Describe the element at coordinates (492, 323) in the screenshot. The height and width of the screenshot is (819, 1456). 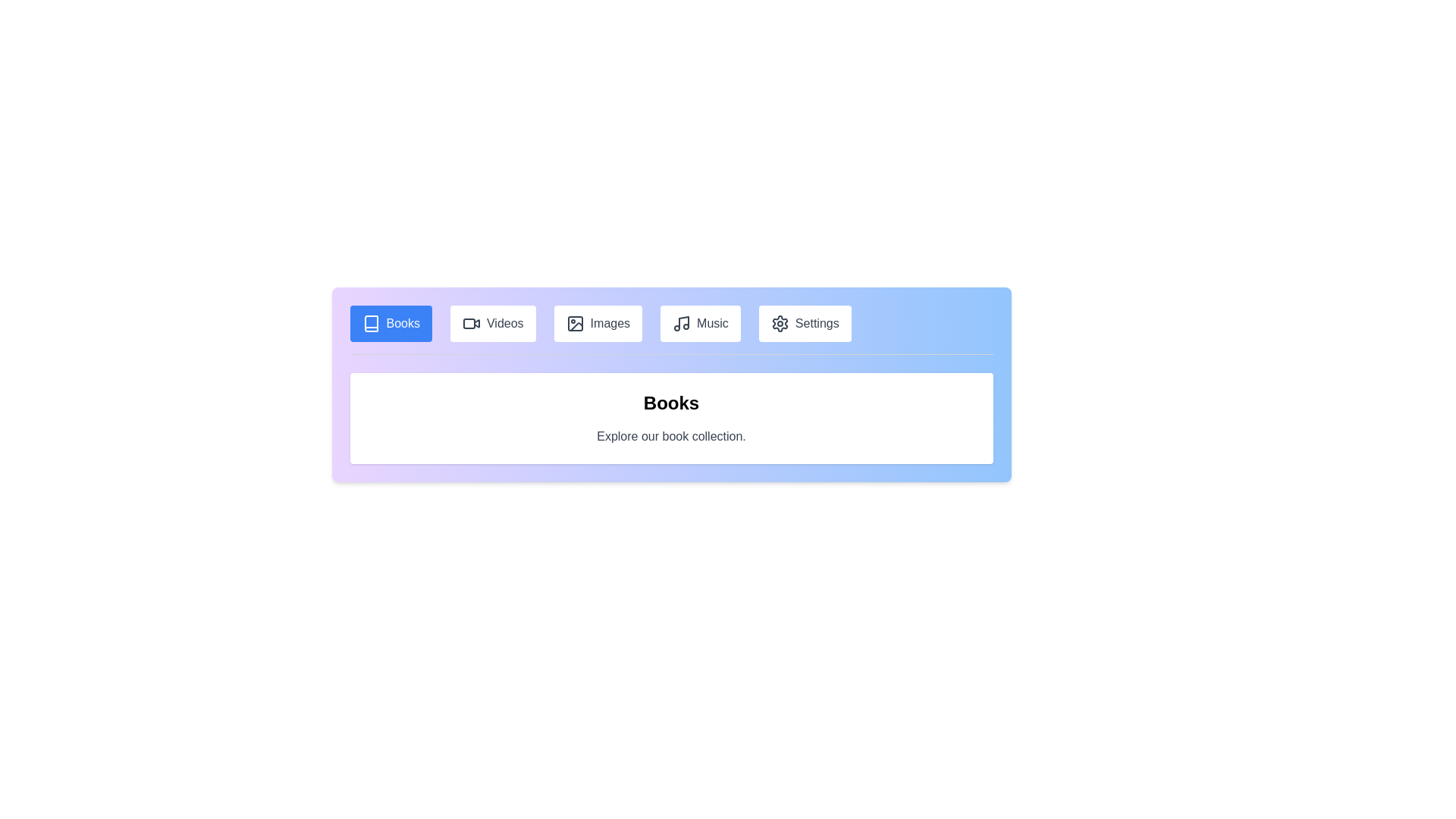
I see `the Videos tab by clicking on its button` at that location.